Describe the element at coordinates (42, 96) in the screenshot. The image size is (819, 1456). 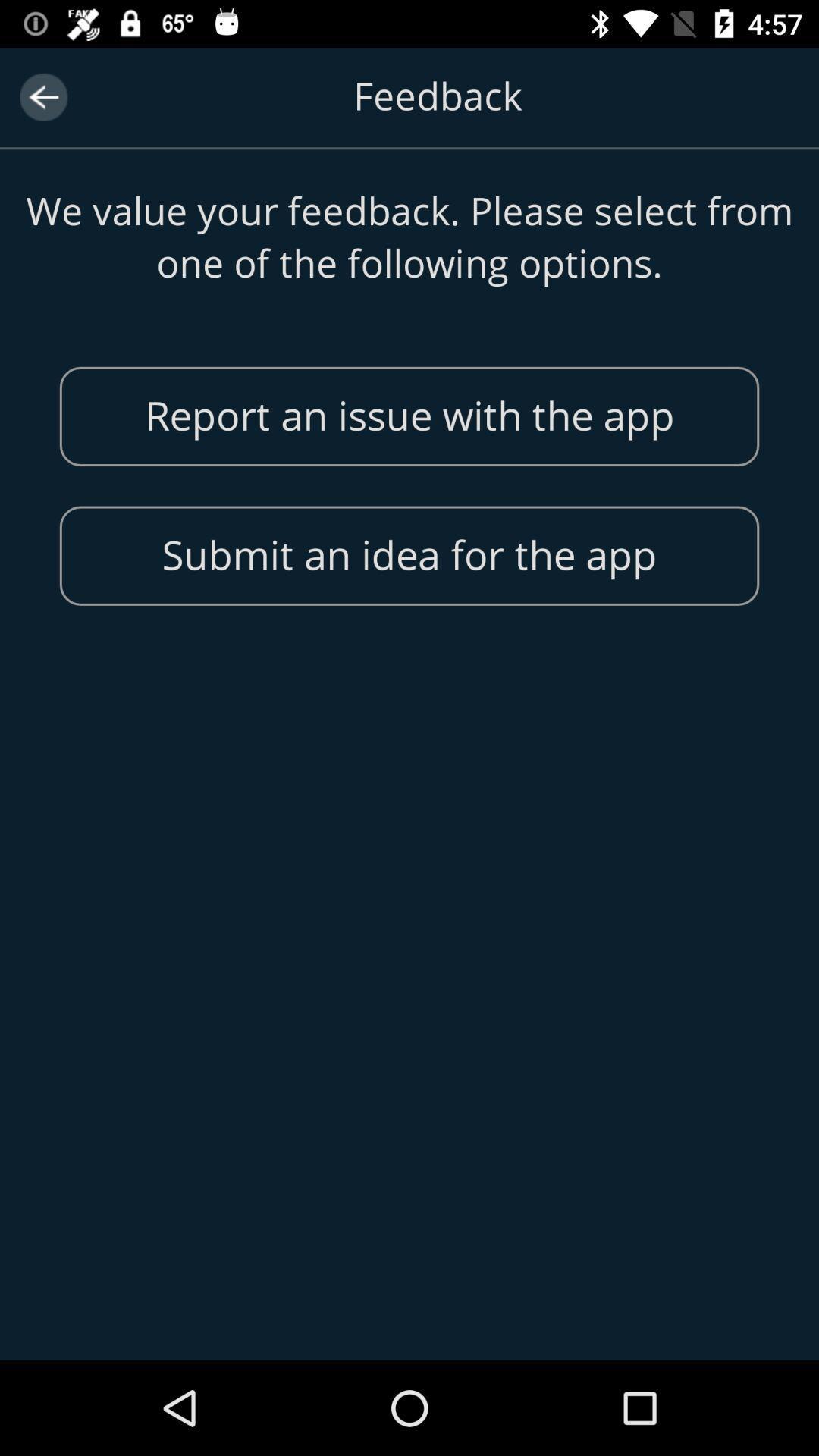
I see `the arrow_backward icon` at that location.